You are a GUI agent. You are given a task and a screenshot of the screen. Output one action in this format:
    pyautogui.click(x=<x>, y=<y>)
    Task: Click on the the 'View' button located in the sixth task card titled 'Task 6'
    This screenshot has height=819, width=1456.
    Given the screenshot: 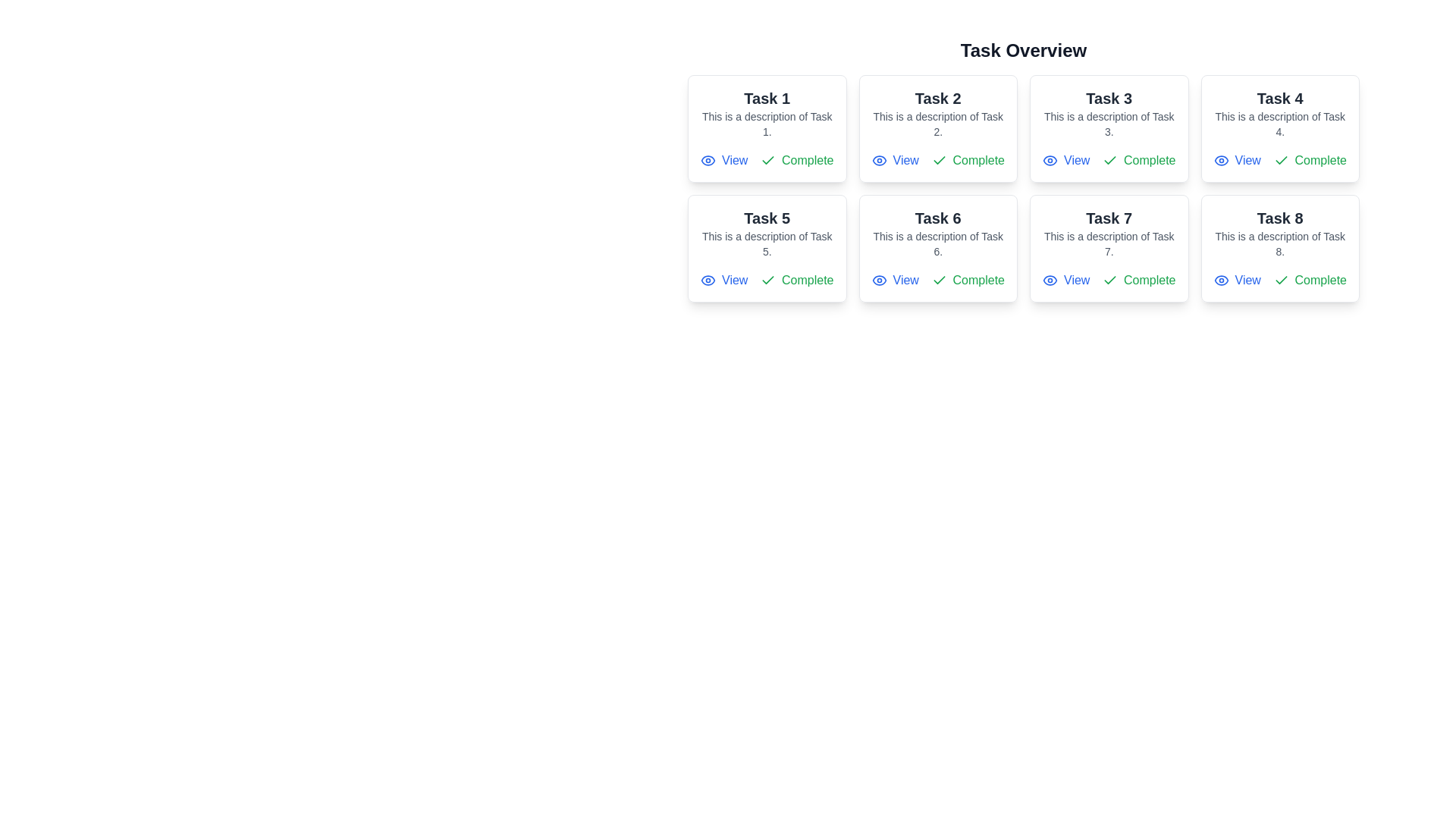 What is the action you would take?
    pyautogui.click(x=895, y=281)
    